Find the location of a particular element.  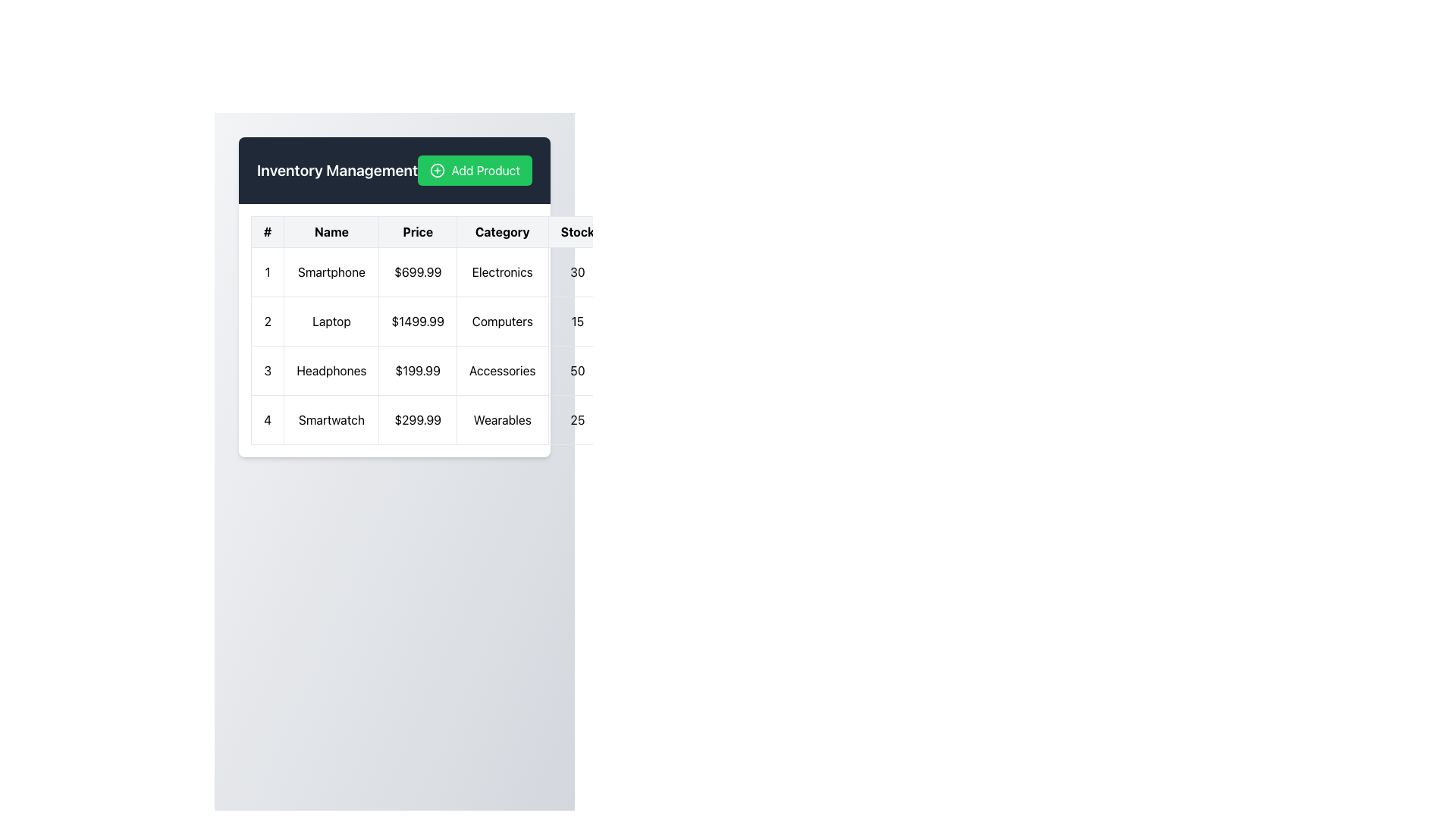

the green 'Add Product' button with a circular plus icon to initiate the add product action is located at coordinates (474, 170).